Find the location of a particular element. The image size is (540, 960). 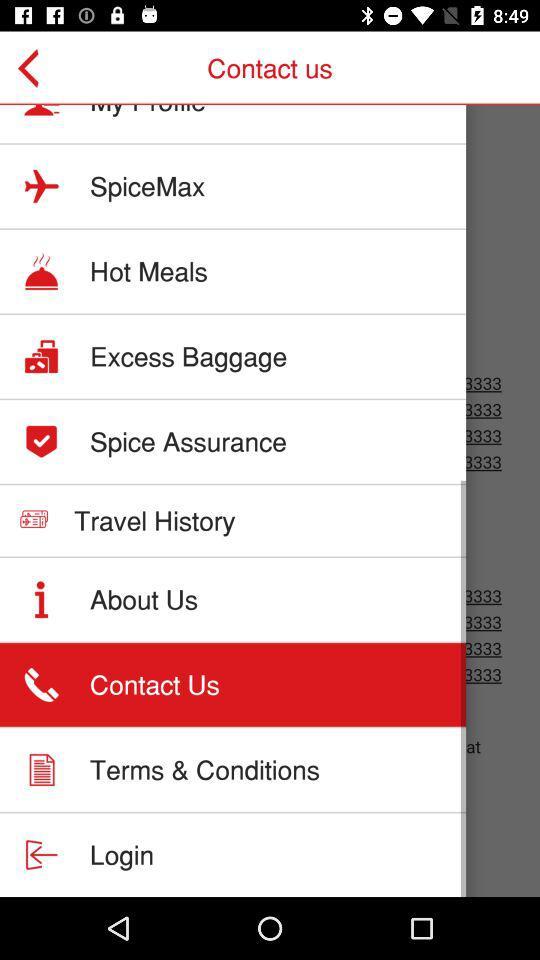

storage details is located at coordinates (270, 500).